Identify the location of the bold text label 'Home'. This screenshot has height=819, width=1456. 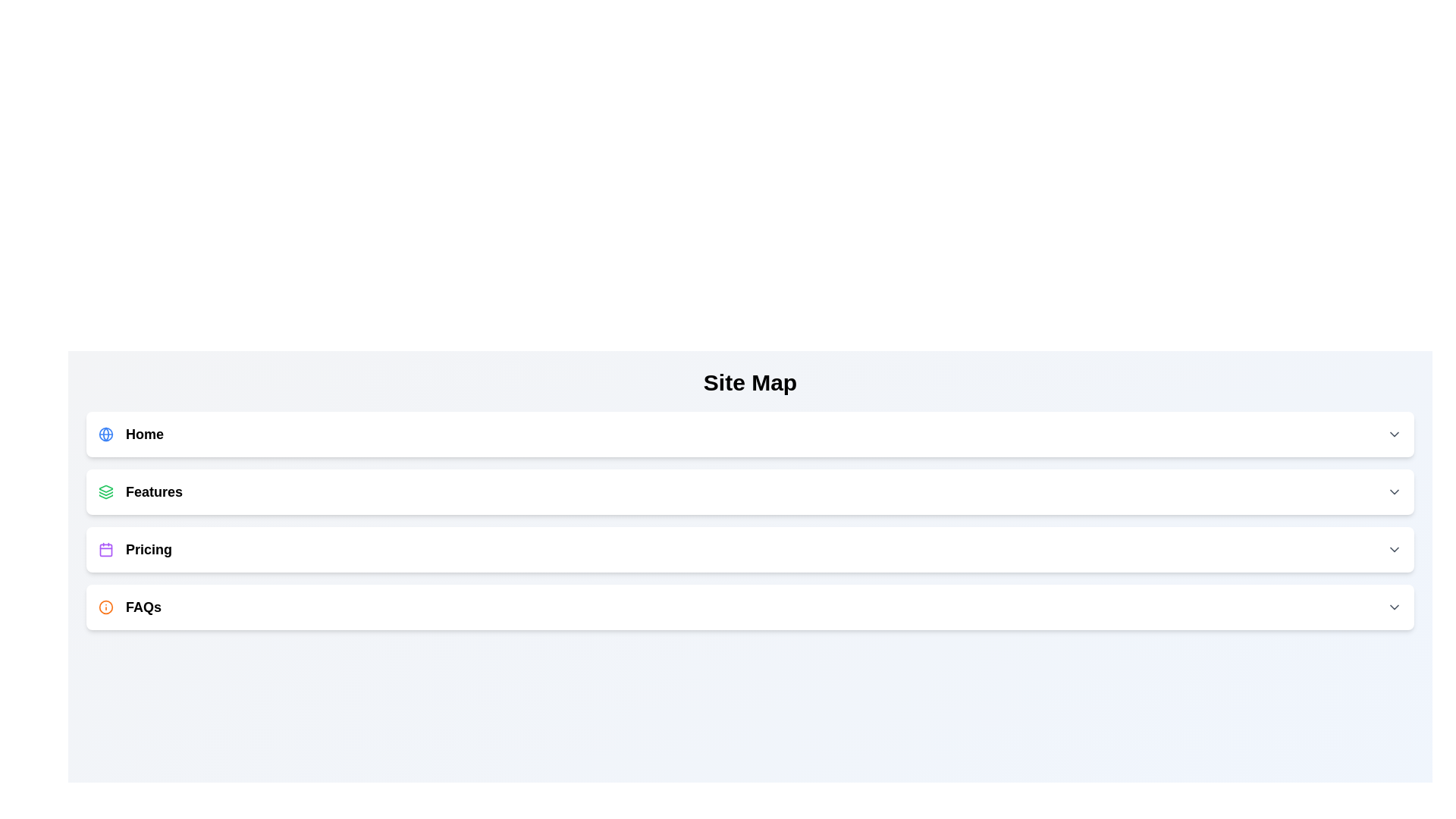
(145, 435).